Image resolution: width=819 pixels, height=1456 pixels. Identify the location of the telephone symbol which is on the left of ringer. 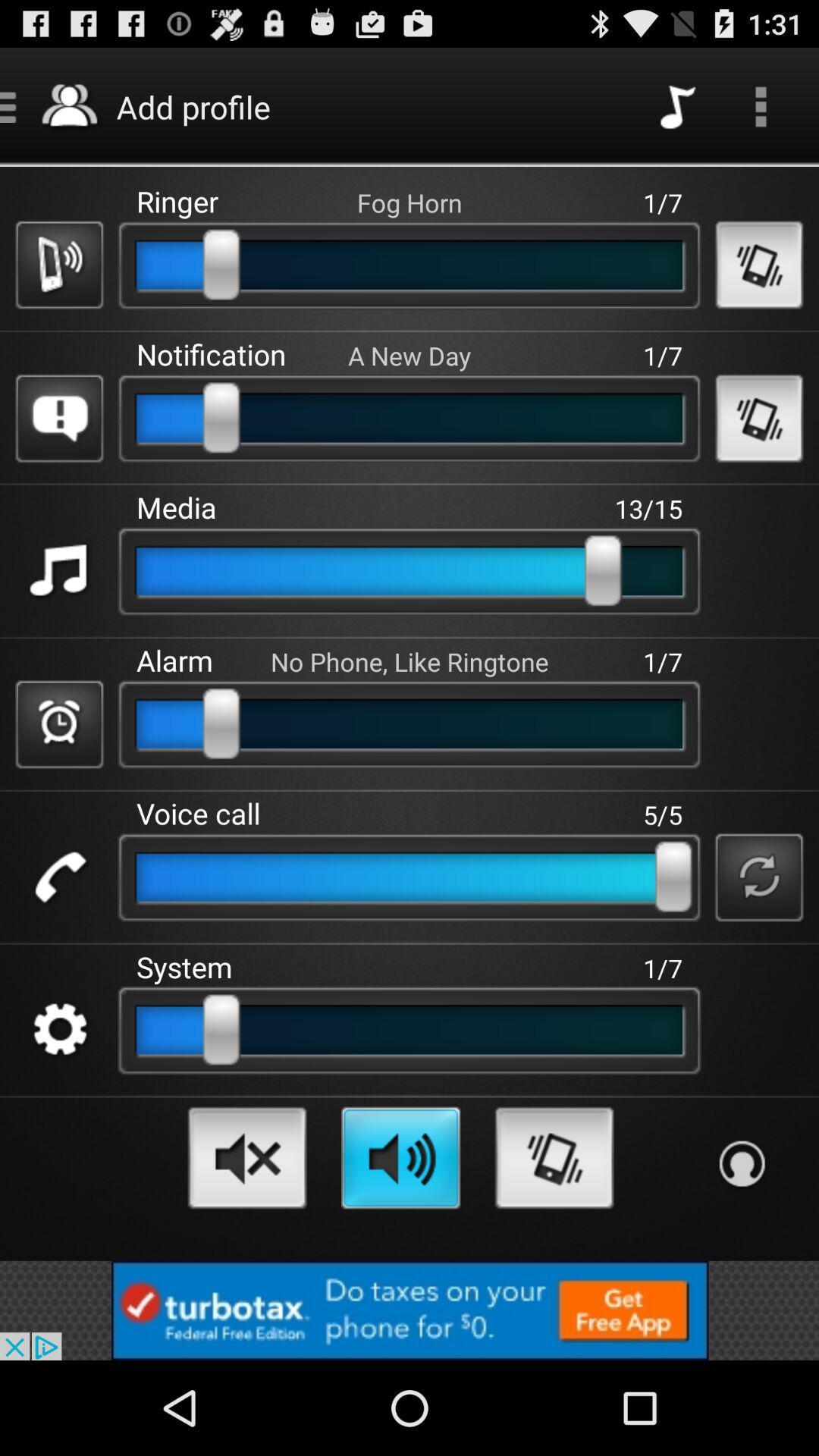
(58, 265).